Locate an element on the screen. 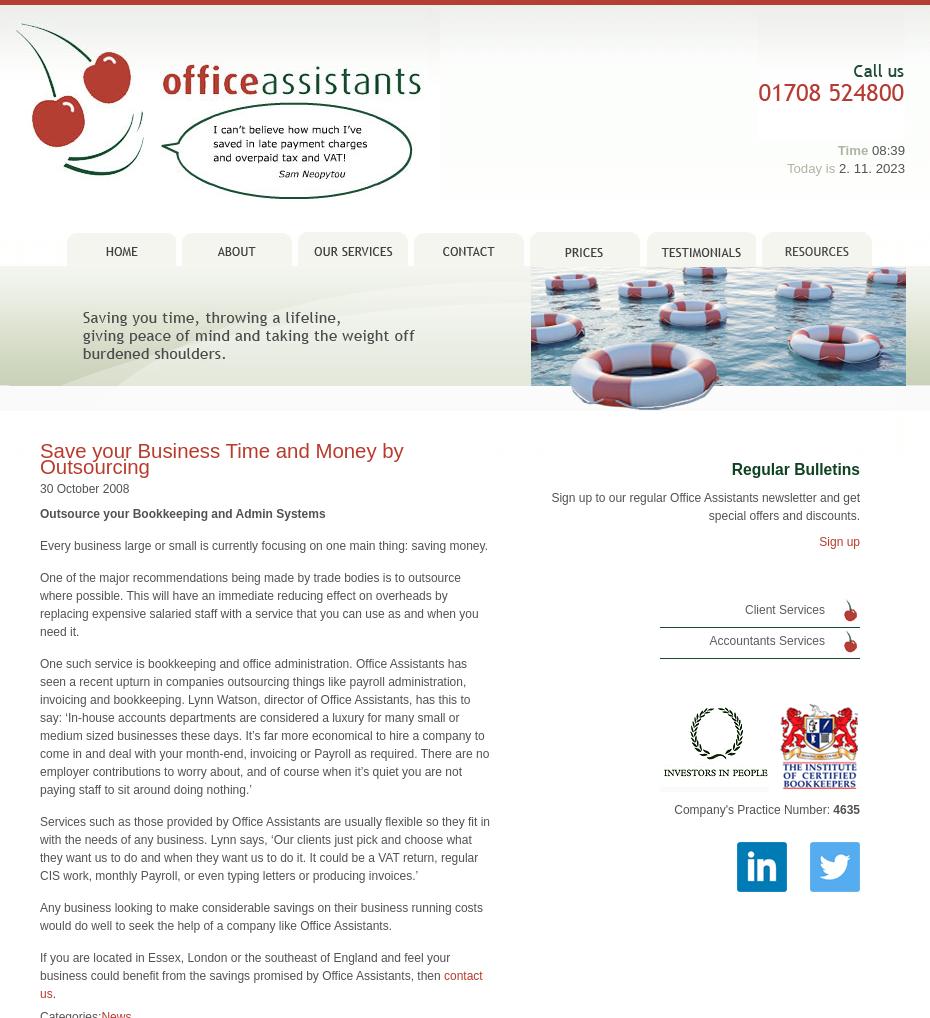 The image size is (930, 1018). 'Time' is located at coordinates (851, 120).